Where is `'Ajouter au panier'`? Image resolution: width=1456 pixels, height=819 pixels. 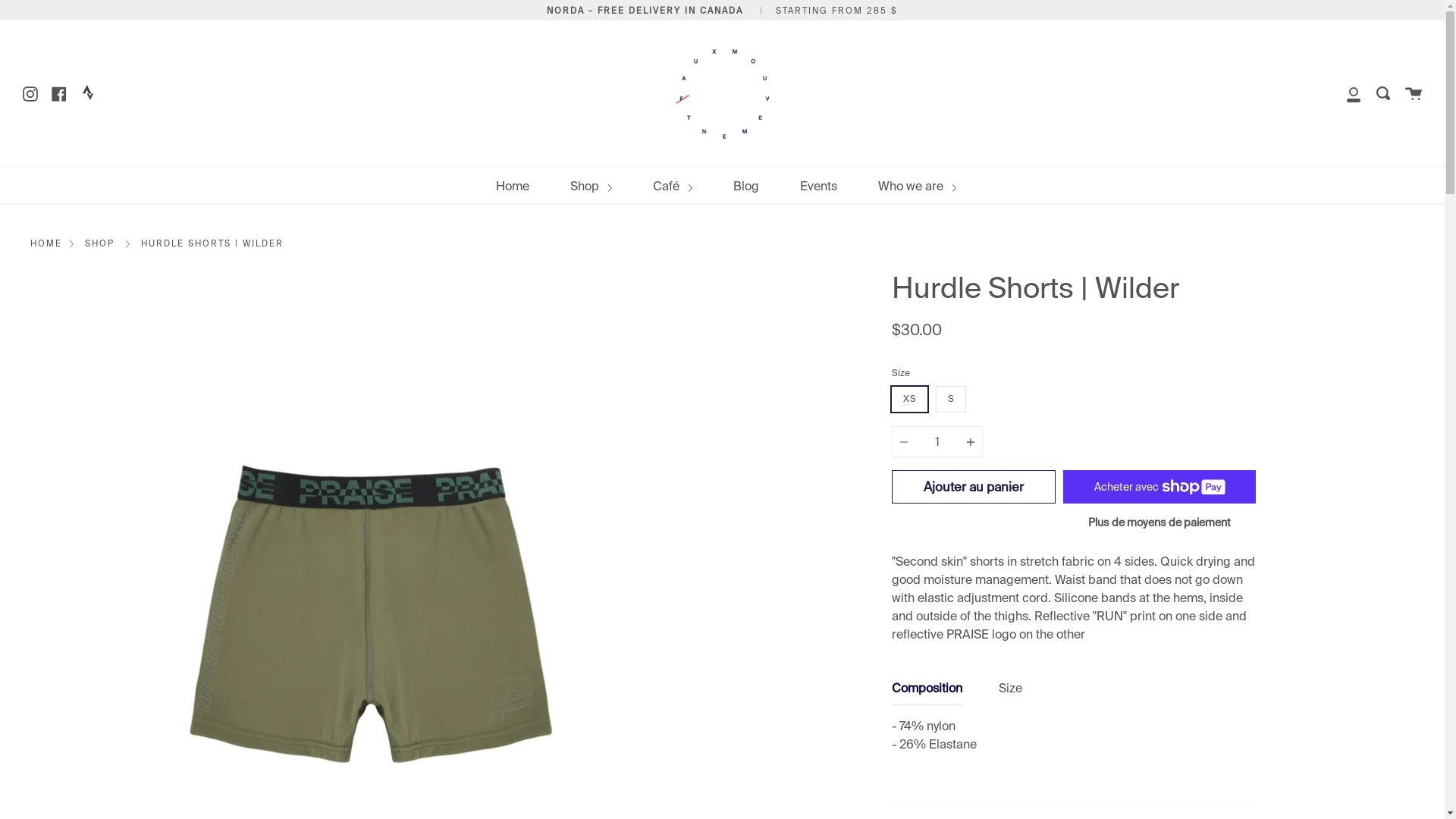 'Ajouter au panier' is located at coordinates (973, 486).